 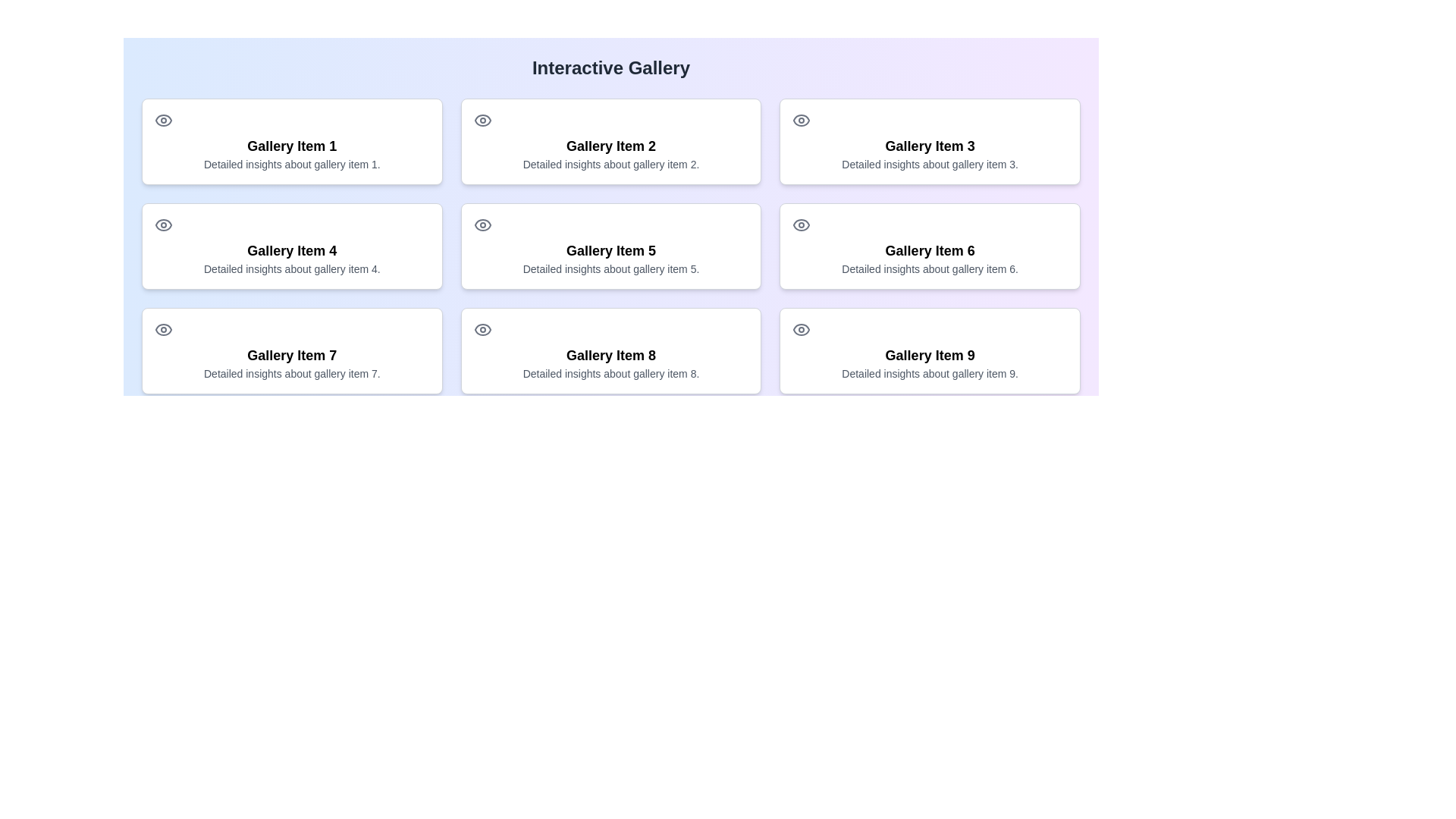 I want to click on title text of the gallery item represented in 'Gallery Item 8', located in the third row and second column of the interactive gallery grid layout, so click(x=611, y=356).